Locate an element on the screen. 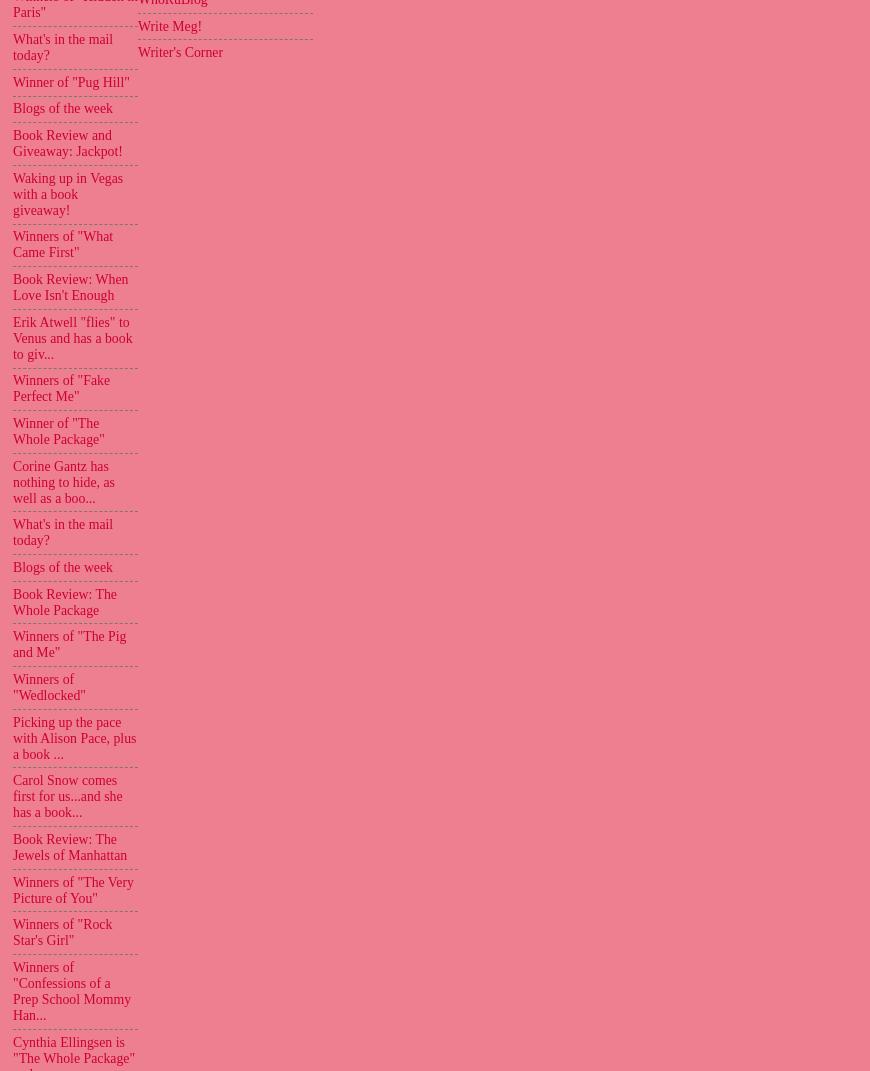  'Winner of "Pug Hill"' is located at coordinates (69, 81).